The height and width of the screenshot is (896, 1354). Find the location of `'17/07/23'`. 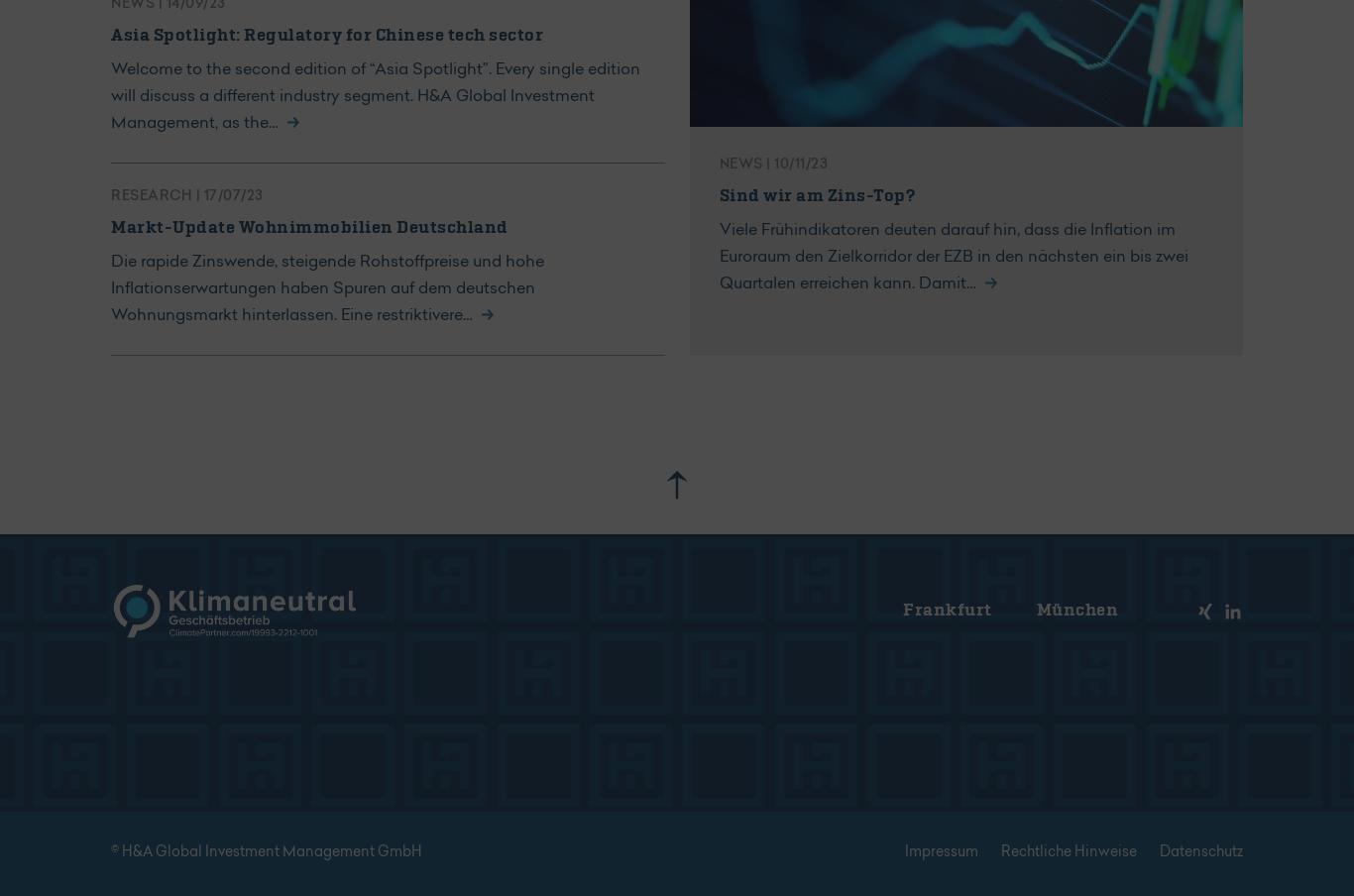

'17/07/23' is located at coordinates (202, 196).